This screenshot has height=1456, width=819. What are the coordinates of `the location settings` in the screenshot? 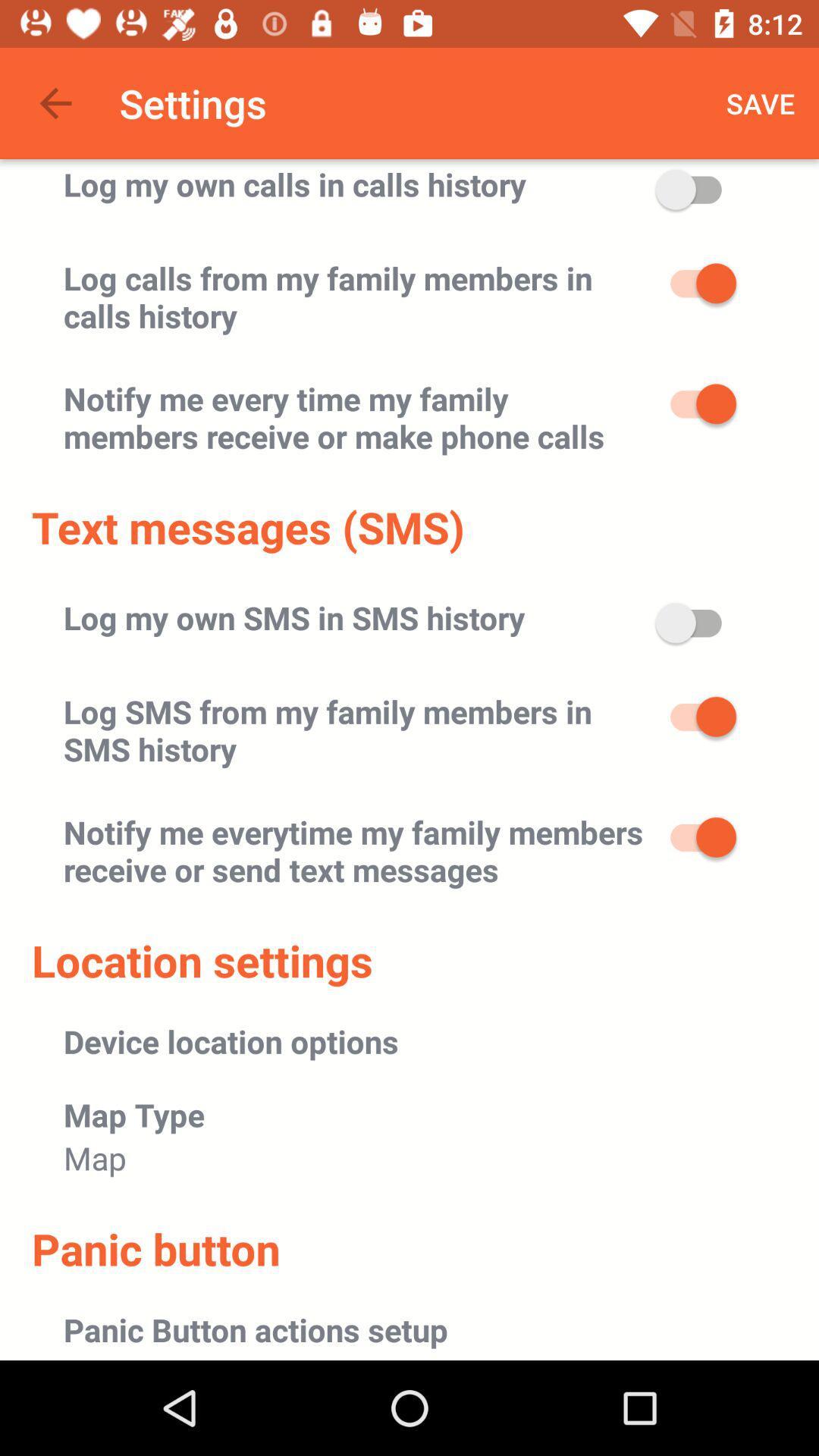 It's located at (201, 959).